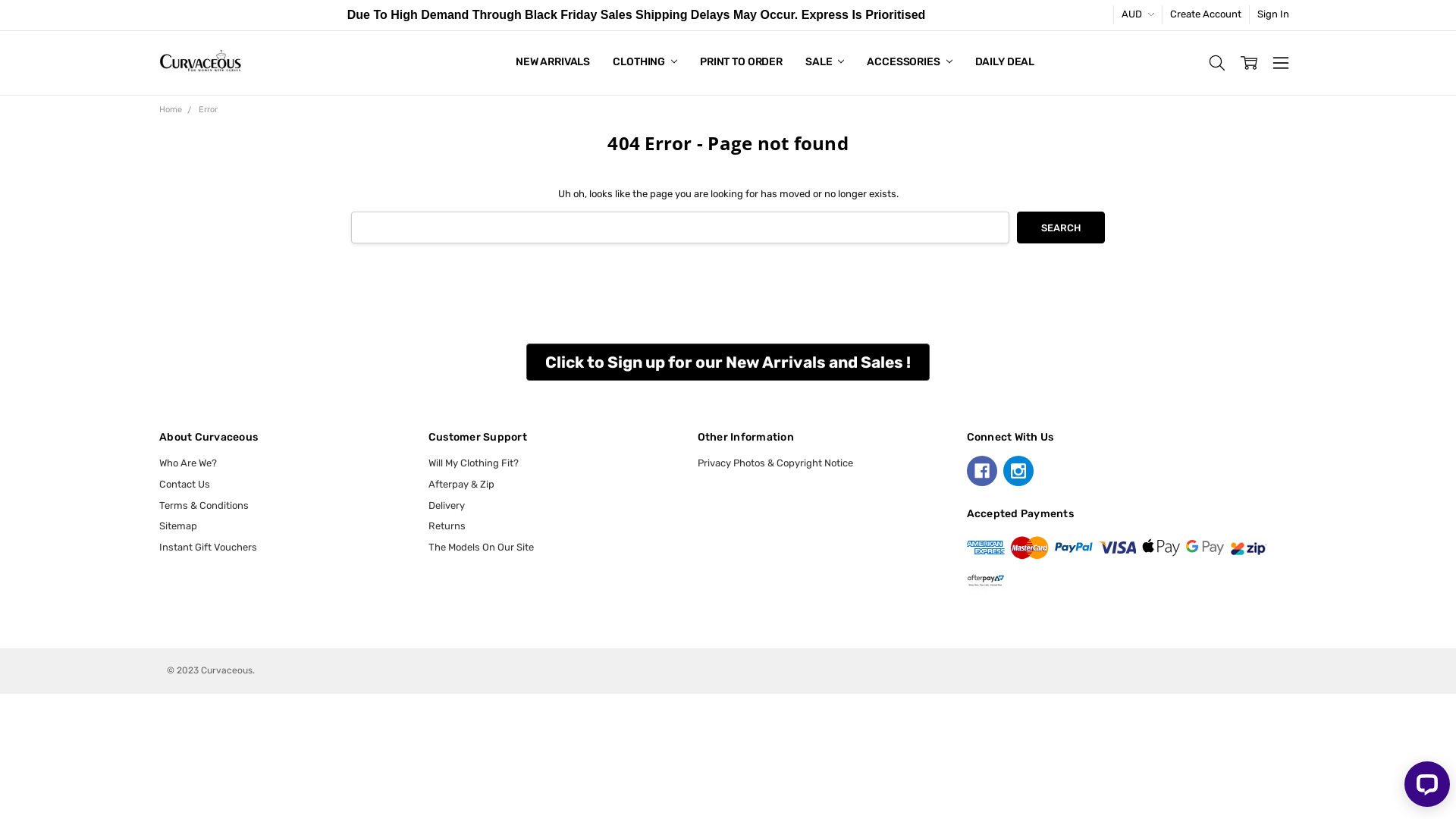  Describe the element at coordinates (552, 62) in the screenshot. I see `'NEW ARRIVALS'` at that location.